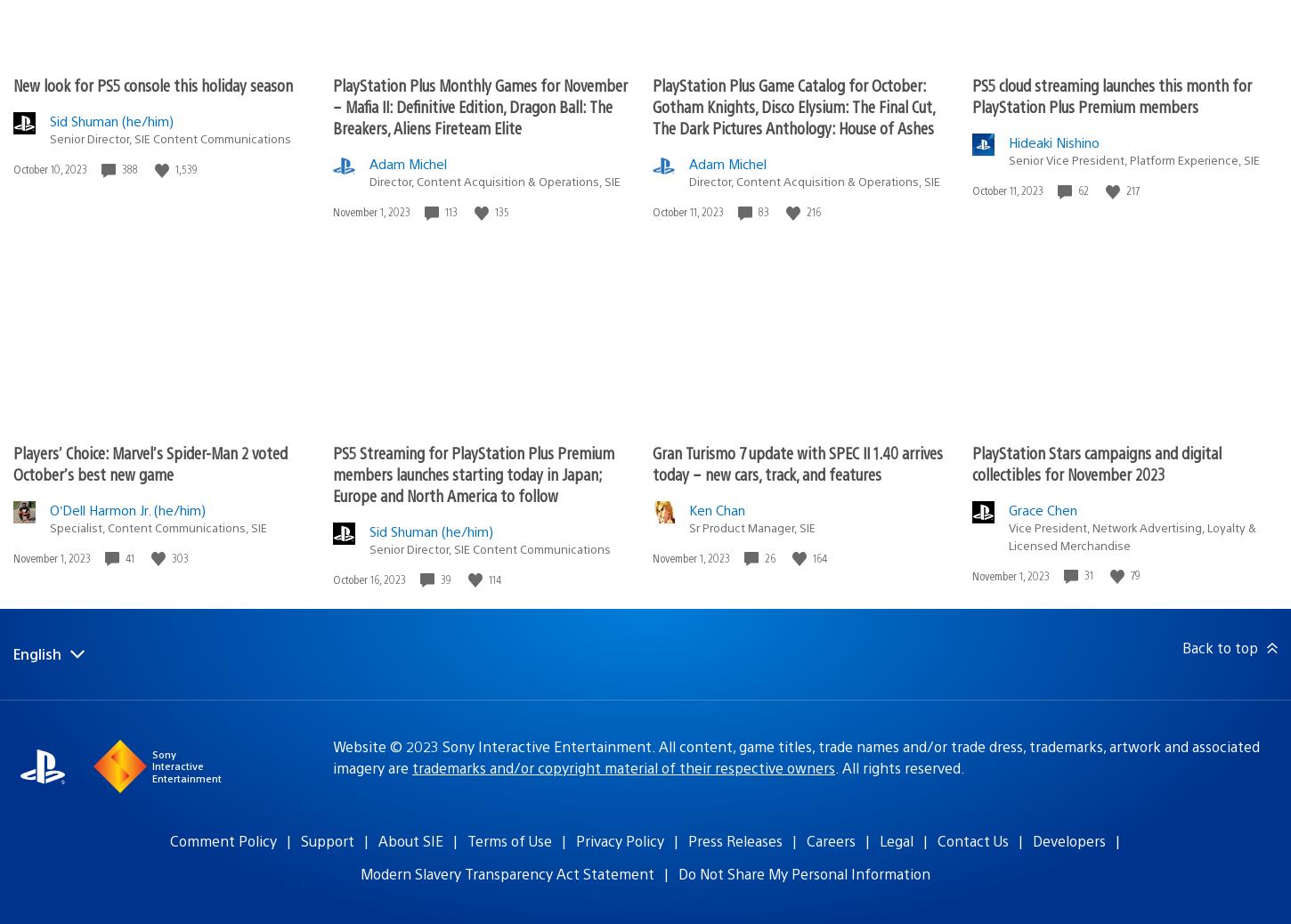 The width and height of the screenshot is (1291, 924). I want to click on 'MakaiOokami', so click(272, 494).